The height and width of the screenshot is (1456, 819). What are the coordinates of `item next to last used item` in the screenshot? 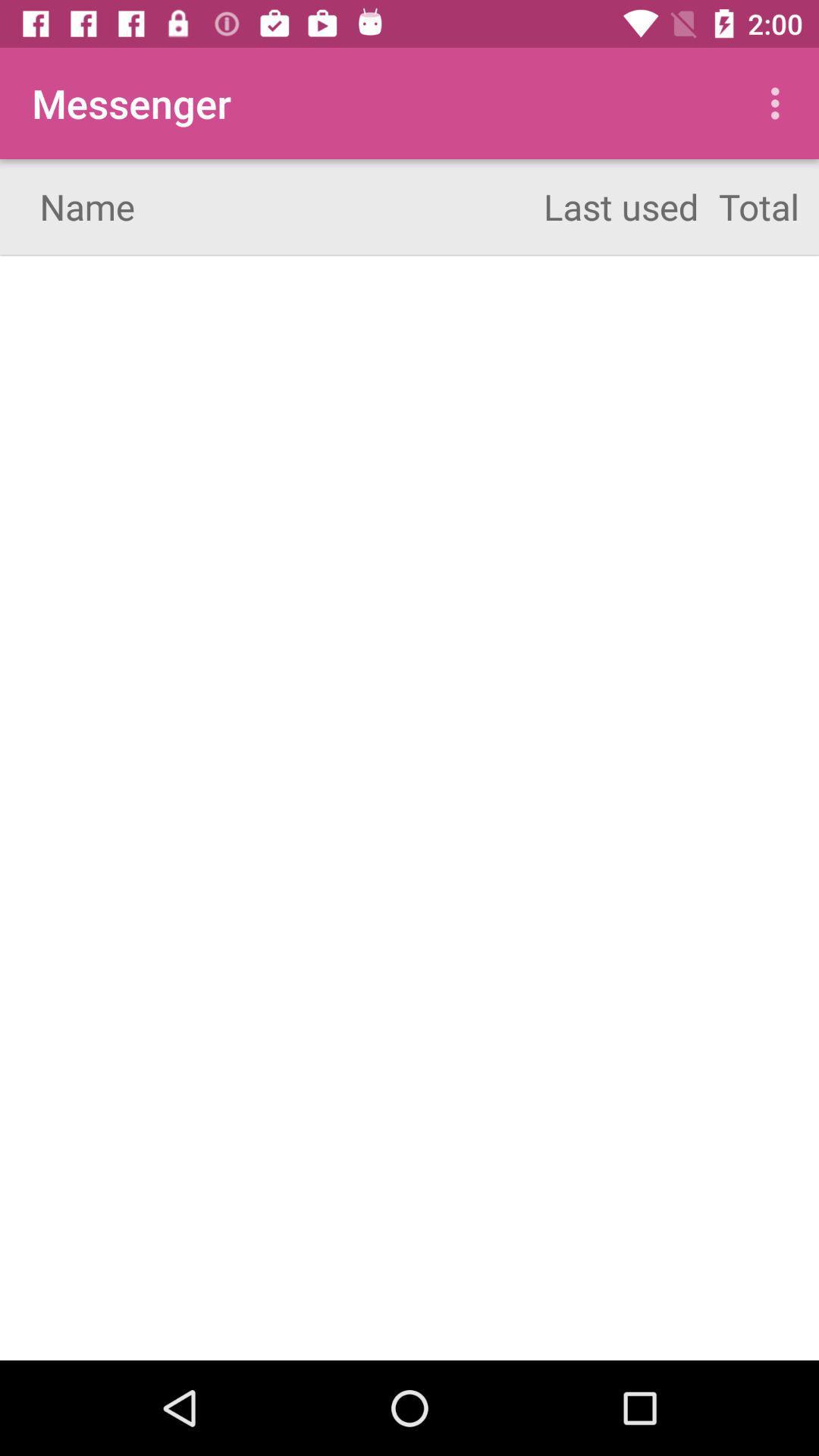 It's located at (779, 102).